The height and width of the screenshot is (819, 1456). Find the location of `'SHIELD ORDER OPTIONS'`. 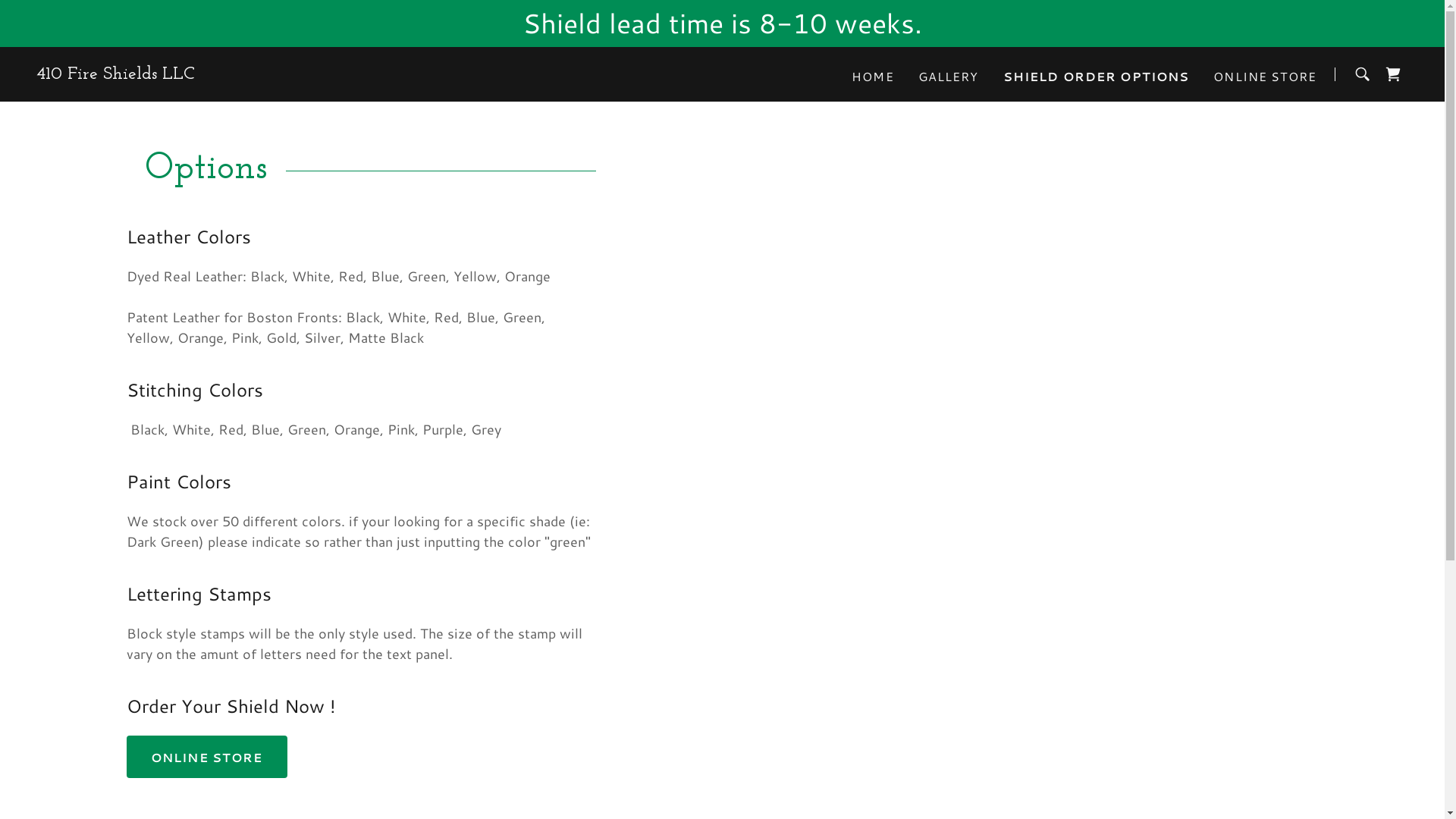

'SHIELD ORDER OPTIONS' is located at coordinates (1096, 76).